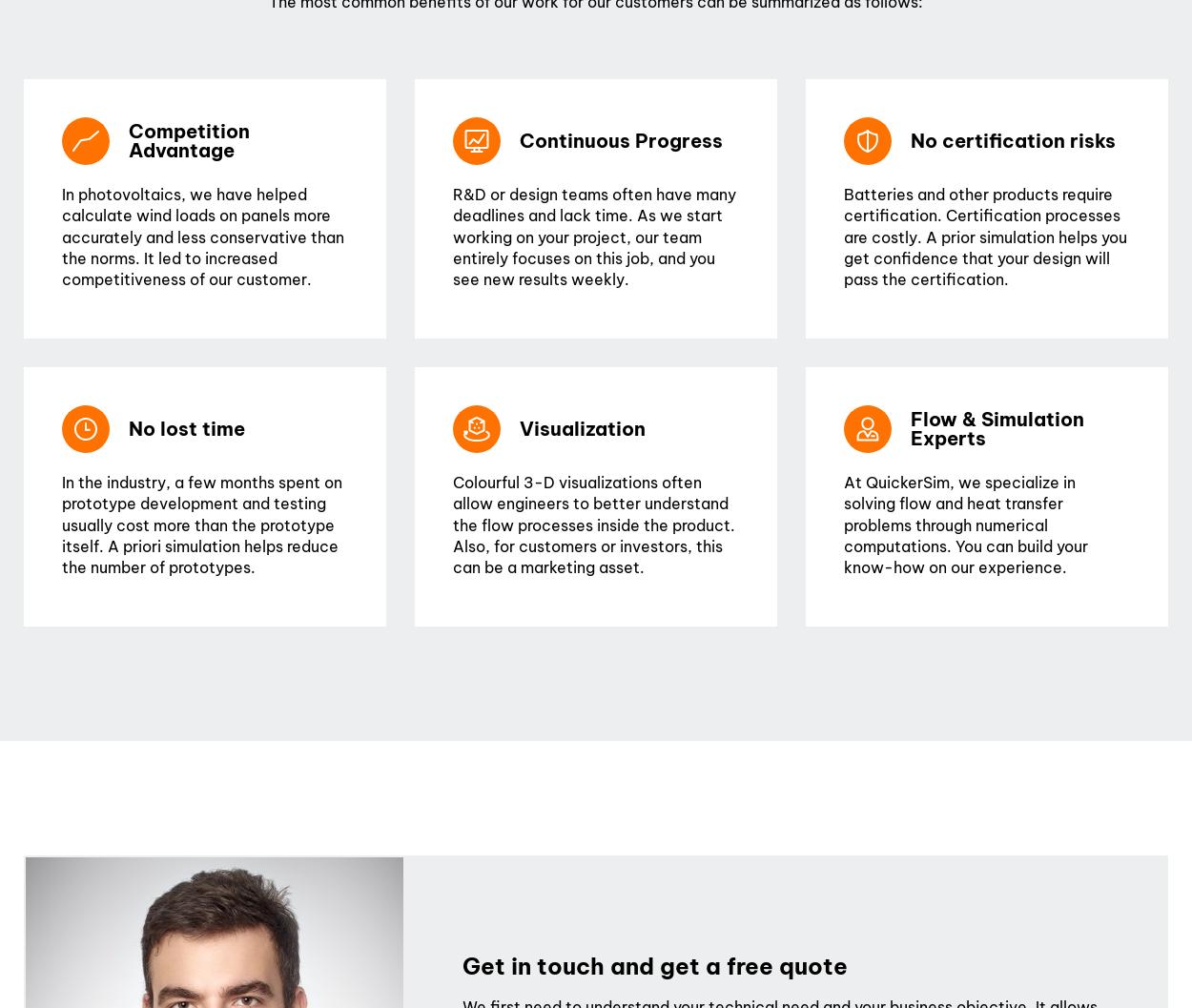 The image size is (1192, 1008). I want to click on 'Get in touch and get a free quote', so click(655, 965).